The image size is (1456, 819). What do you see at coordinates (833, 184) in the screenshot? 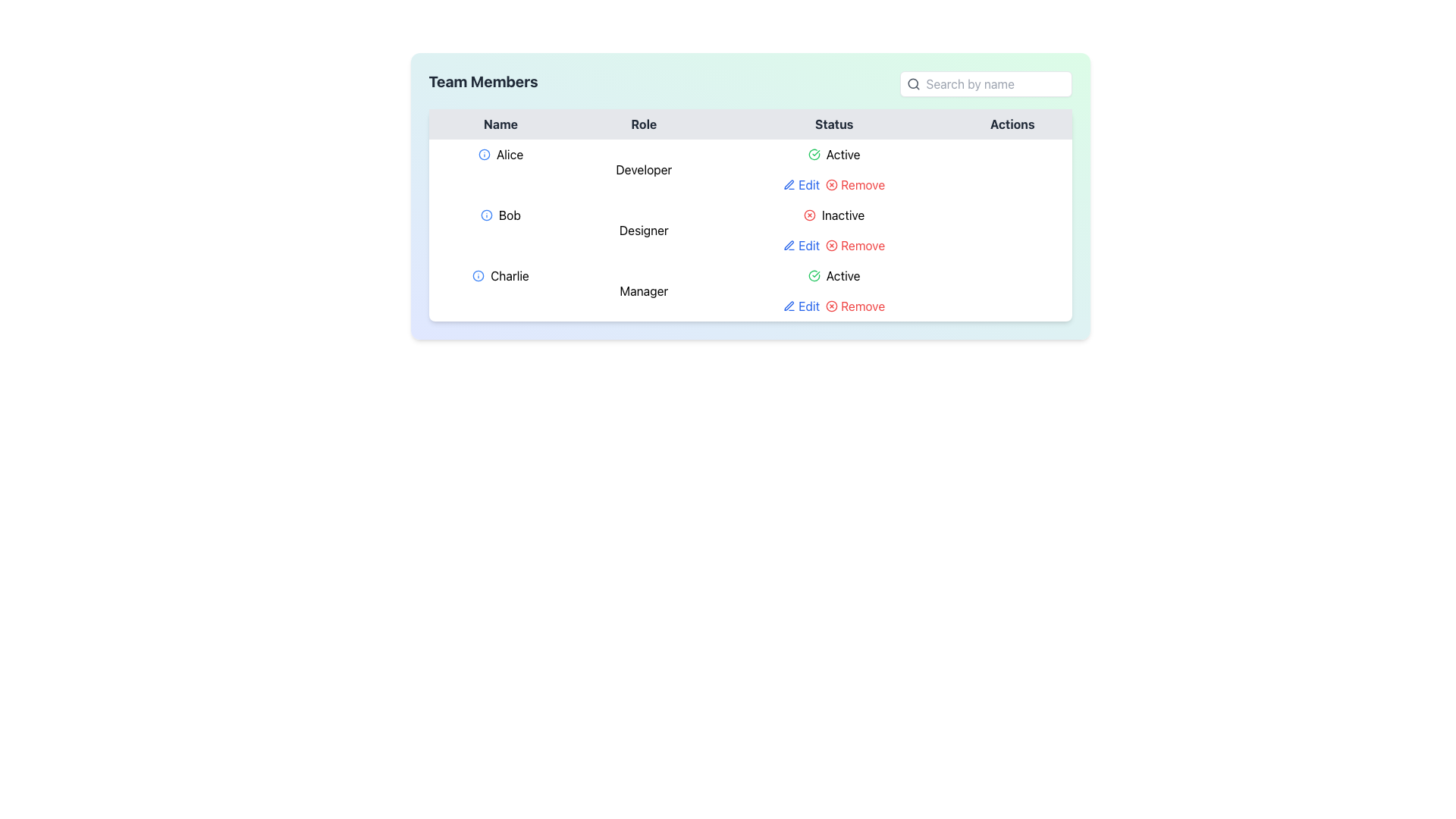
I see `the 'Remove' link, which is part of the actions for user 'Alice' in the table` at bounding box center [833, 184].